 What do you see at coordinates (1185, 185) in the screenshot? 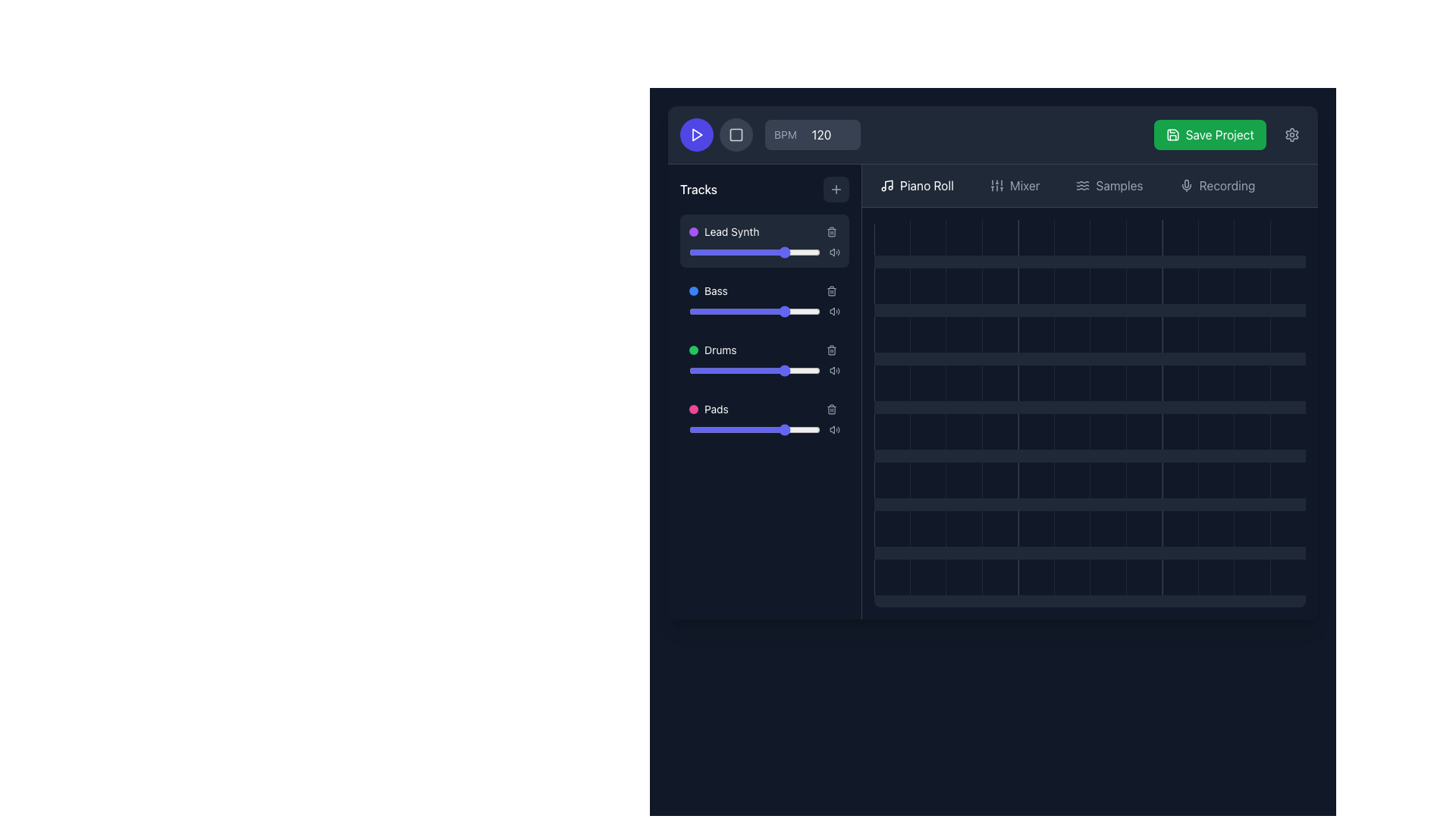
I see `the microphone icon located to the left of the 'Recording' text in the top bar of the interface` at bounding box center [1185, 185].